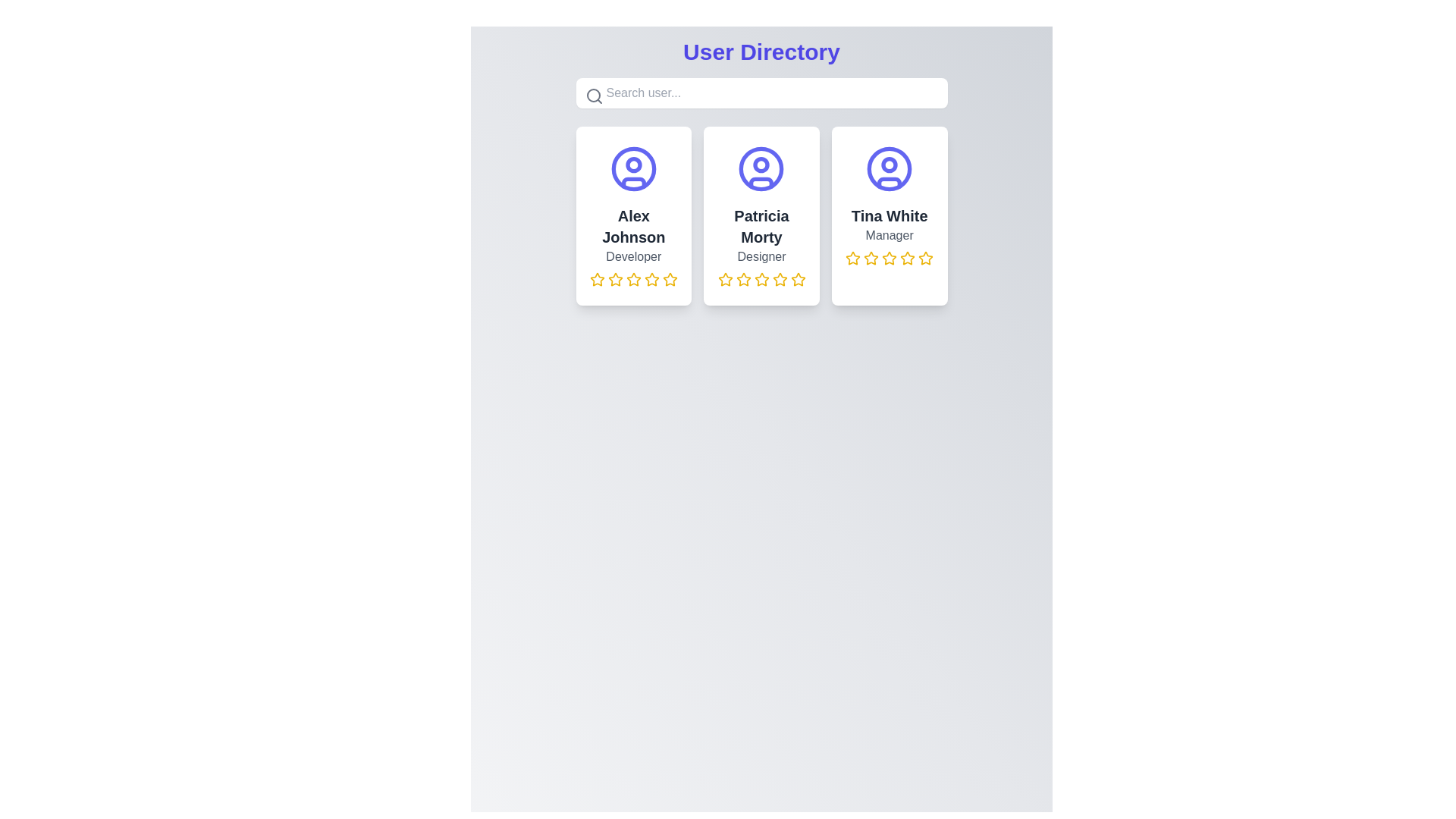 Image resolution: width=1456 pixels, height=819 pixels. I want to click on the first star icon in the 5-star rating system below the card for 'Patricia Morty' to interact with the rating, so click(724, 280).